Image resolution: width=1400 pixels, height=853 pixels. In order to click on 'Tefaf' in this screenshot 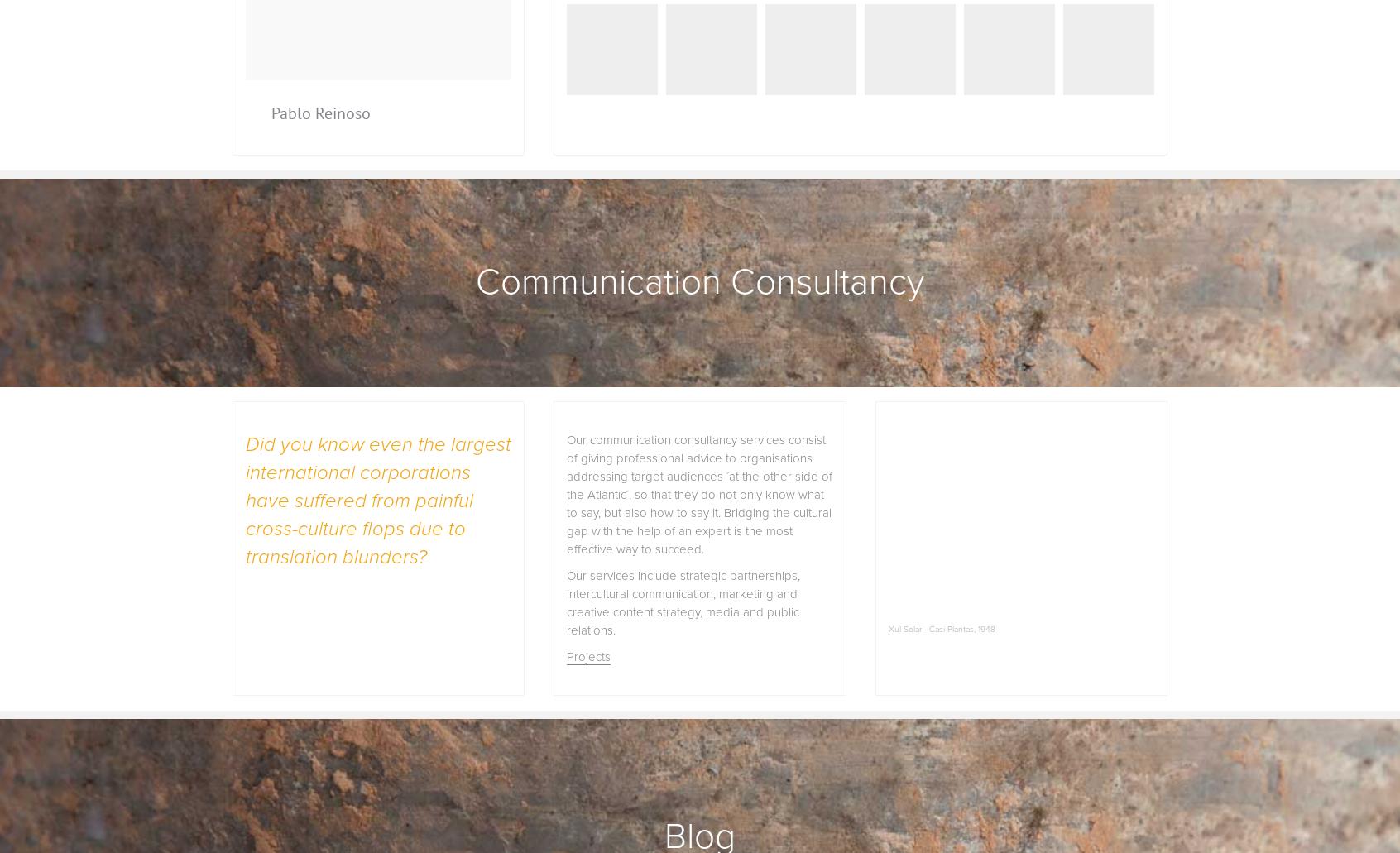, I will do `click(553, 113)`.